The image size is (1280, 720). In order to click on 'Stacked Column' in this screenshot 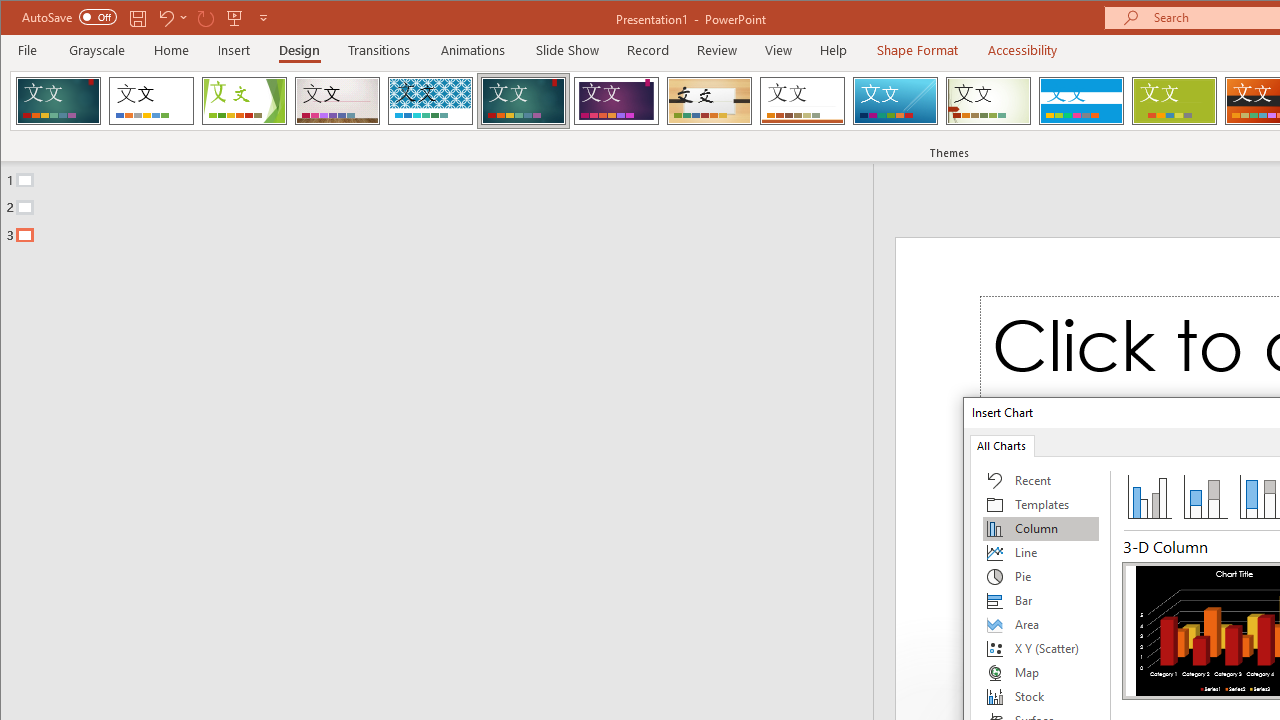, I will do `click(1204, 495)`.